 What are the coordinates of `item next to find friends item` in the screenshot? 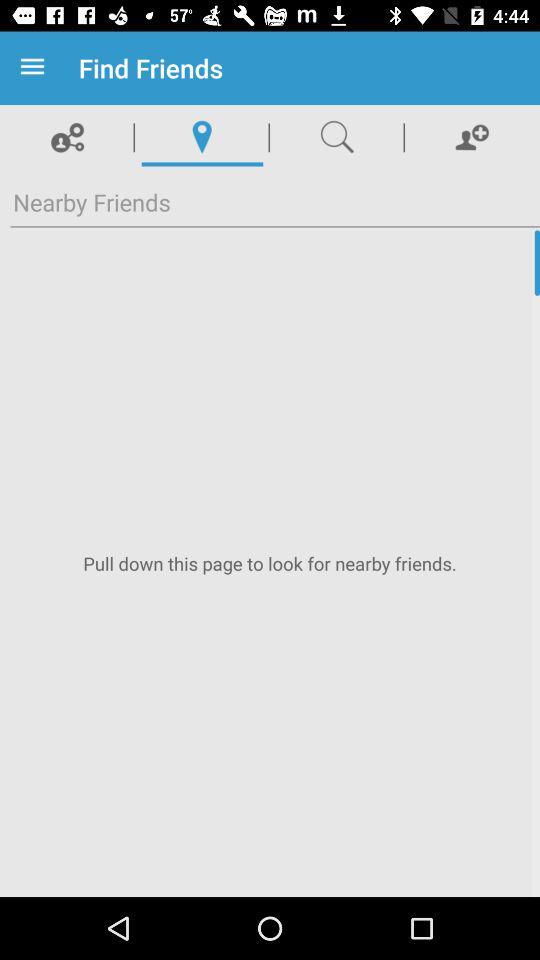 It's located at (36, 68).